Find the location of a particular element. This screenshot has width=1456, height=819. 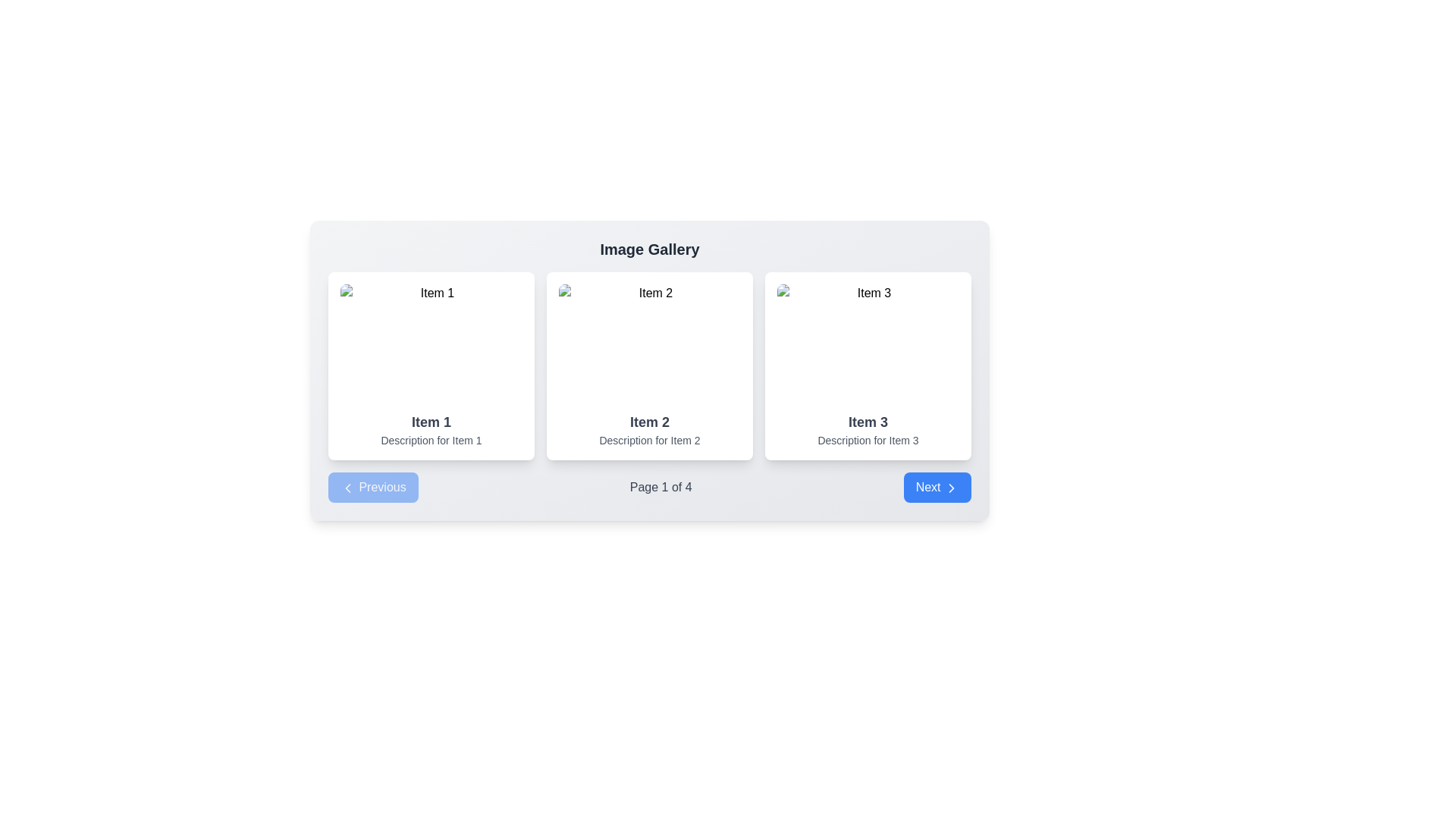

the small rightward-pointing arrow icon embedded within the 'Next' button located at the bottom-right corner of the interface is located at coordinates (950, 488).